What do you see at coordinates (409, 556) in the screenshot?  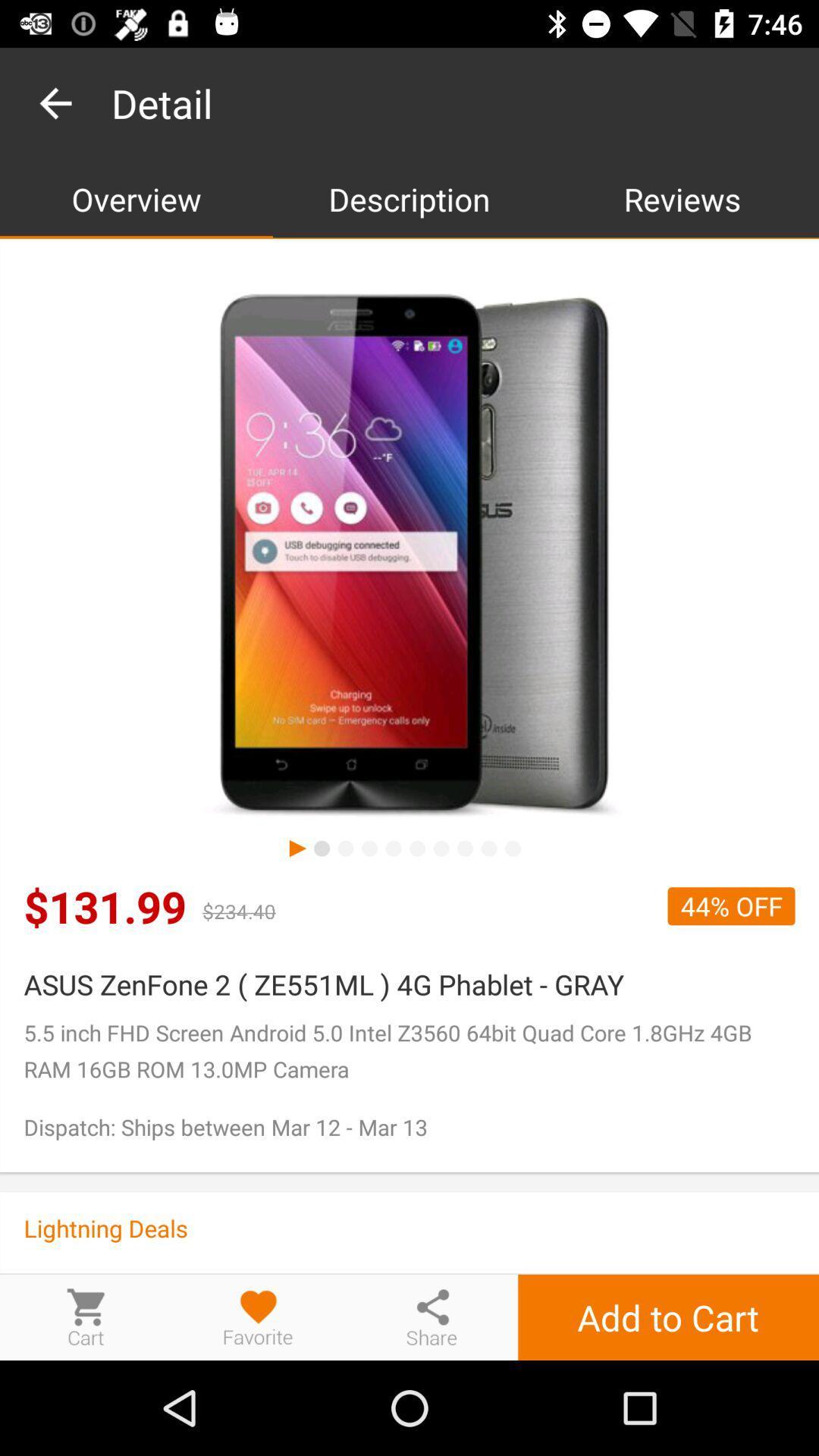 I see `enlarges photo` at bounding box center [409, 556].